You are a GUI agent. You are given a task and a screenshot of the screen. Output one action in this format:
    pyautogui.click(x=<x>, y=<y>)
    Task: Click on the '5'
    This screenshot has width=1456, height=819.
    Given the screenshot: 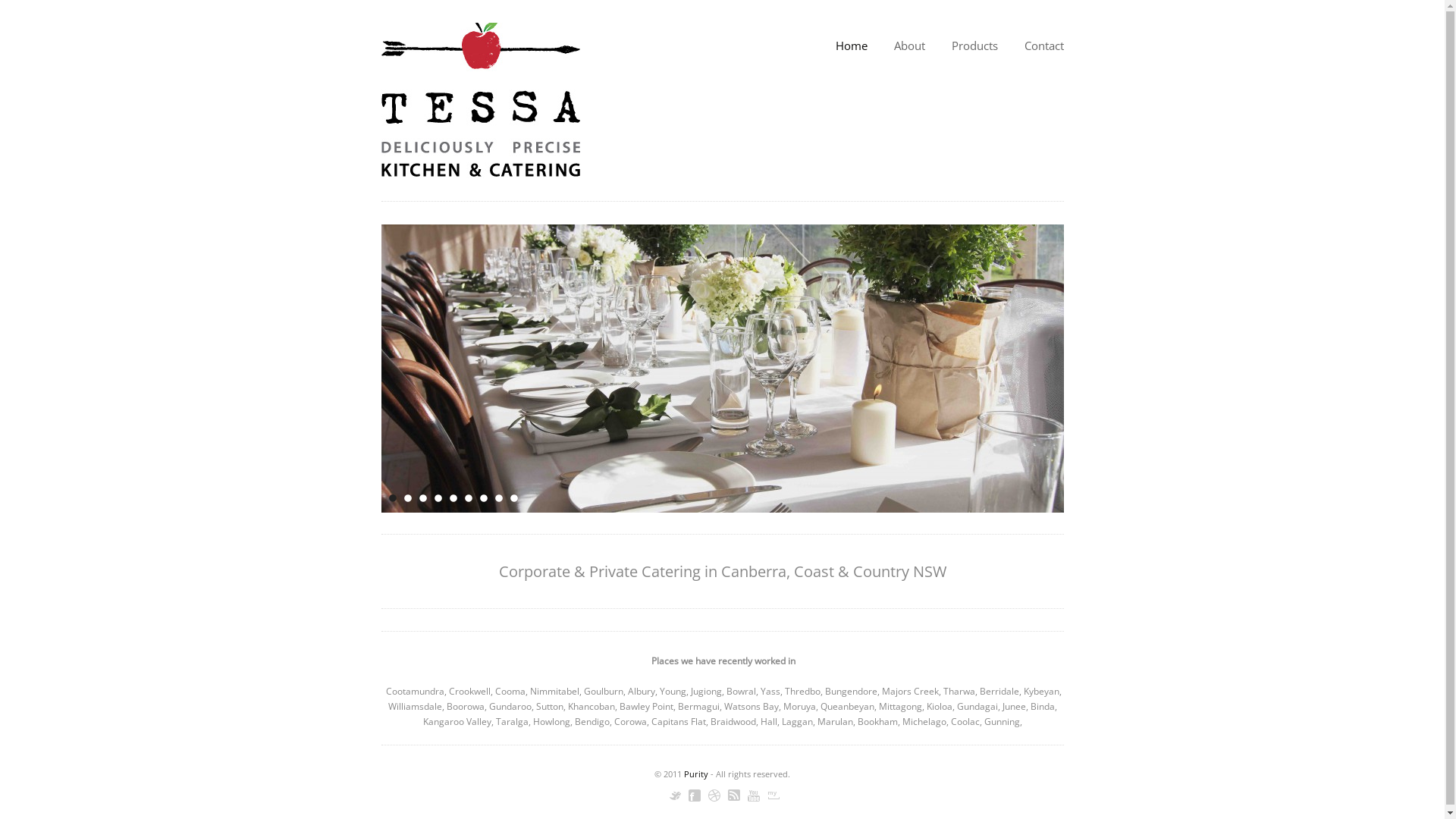 What is the action you would take?
    pyautogui.click(x=451, y=497)
    